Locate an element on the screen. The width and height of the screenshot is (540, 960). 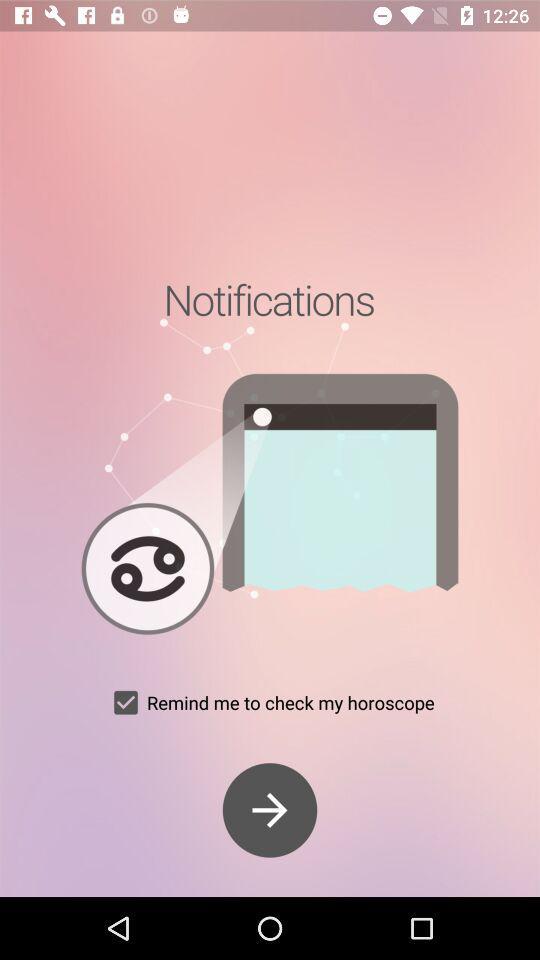
proceed is located at coordinates (270, 810).